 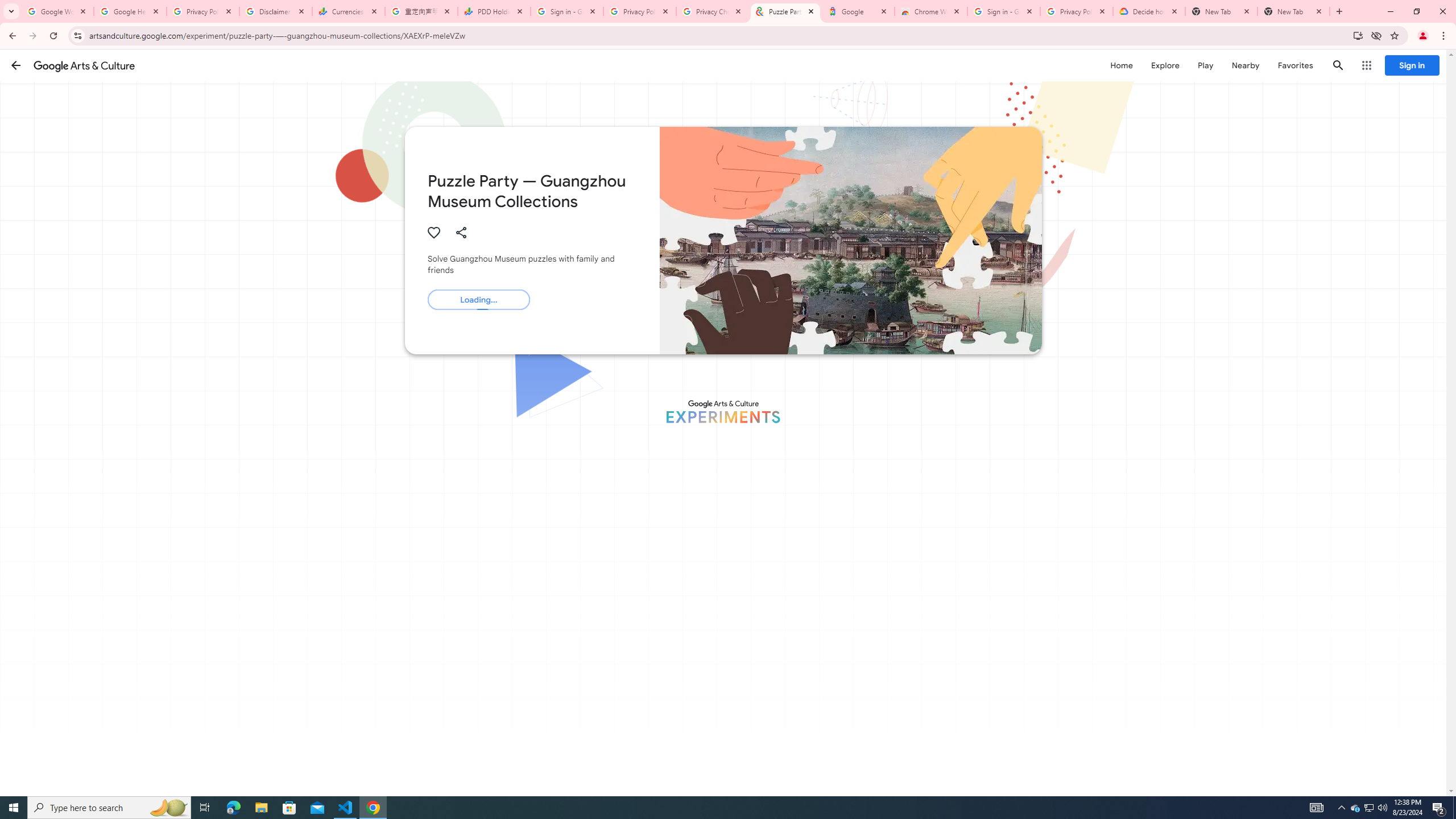 I want to click on 'Play', so click(x=1205, y=65).